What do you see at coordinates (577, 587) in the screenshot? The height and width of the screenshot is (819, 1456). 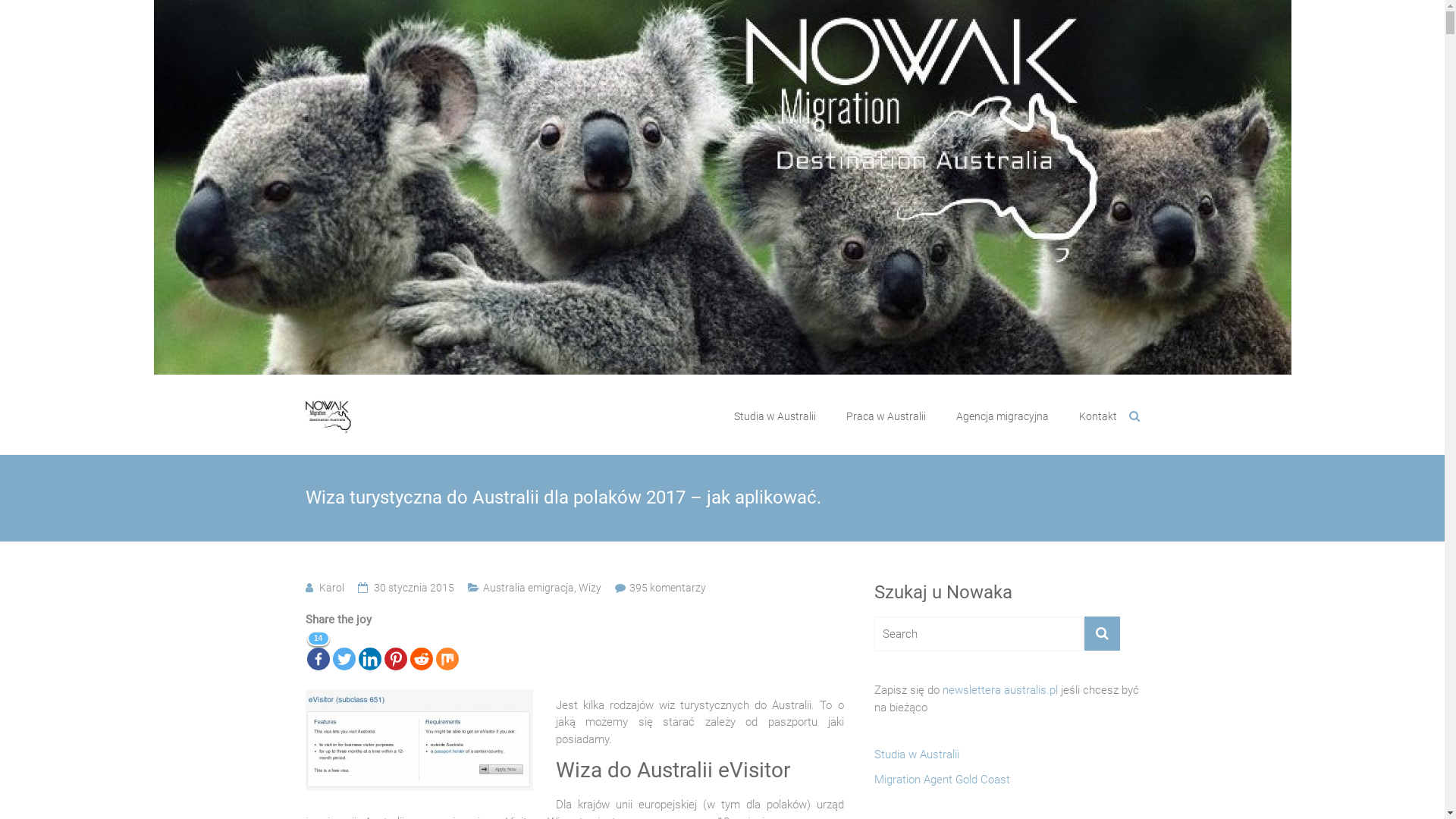 I see `'Wizy'` at bounding box center [577, 587].